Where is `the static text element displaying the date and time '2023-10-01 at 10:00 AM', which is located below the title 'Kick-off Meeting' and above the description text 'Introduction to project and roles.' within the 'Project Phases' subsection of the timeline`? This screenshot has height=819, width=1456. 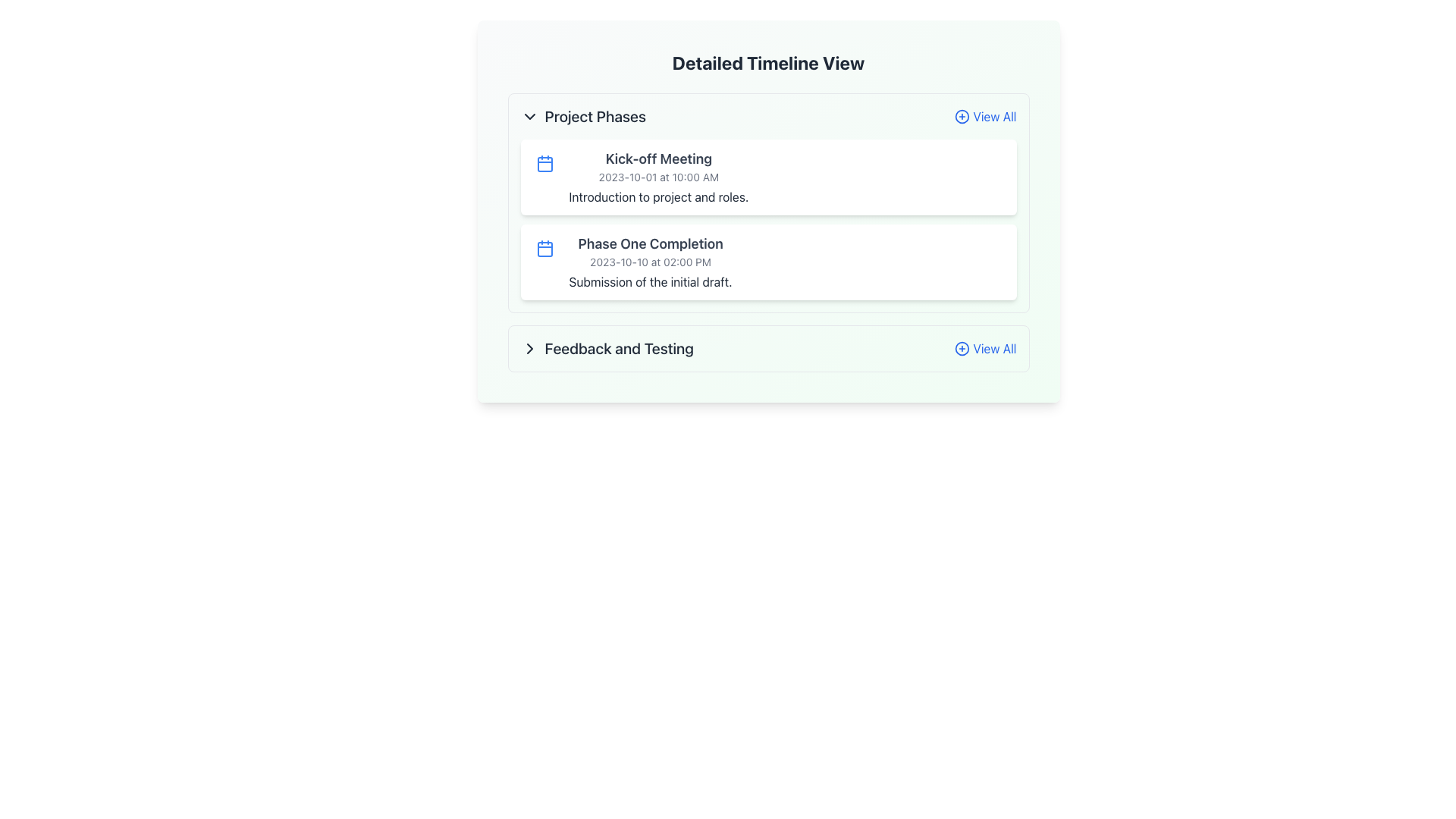
the static text element displaying the date and time '2023-10-01 at 10:00 AM', which is located below the title 'Kick-off Meeting' and above the description text 'Introduction to project and roles.' within the 'Project Phases' subsection of the timeline is located at coordinates (658, 177).